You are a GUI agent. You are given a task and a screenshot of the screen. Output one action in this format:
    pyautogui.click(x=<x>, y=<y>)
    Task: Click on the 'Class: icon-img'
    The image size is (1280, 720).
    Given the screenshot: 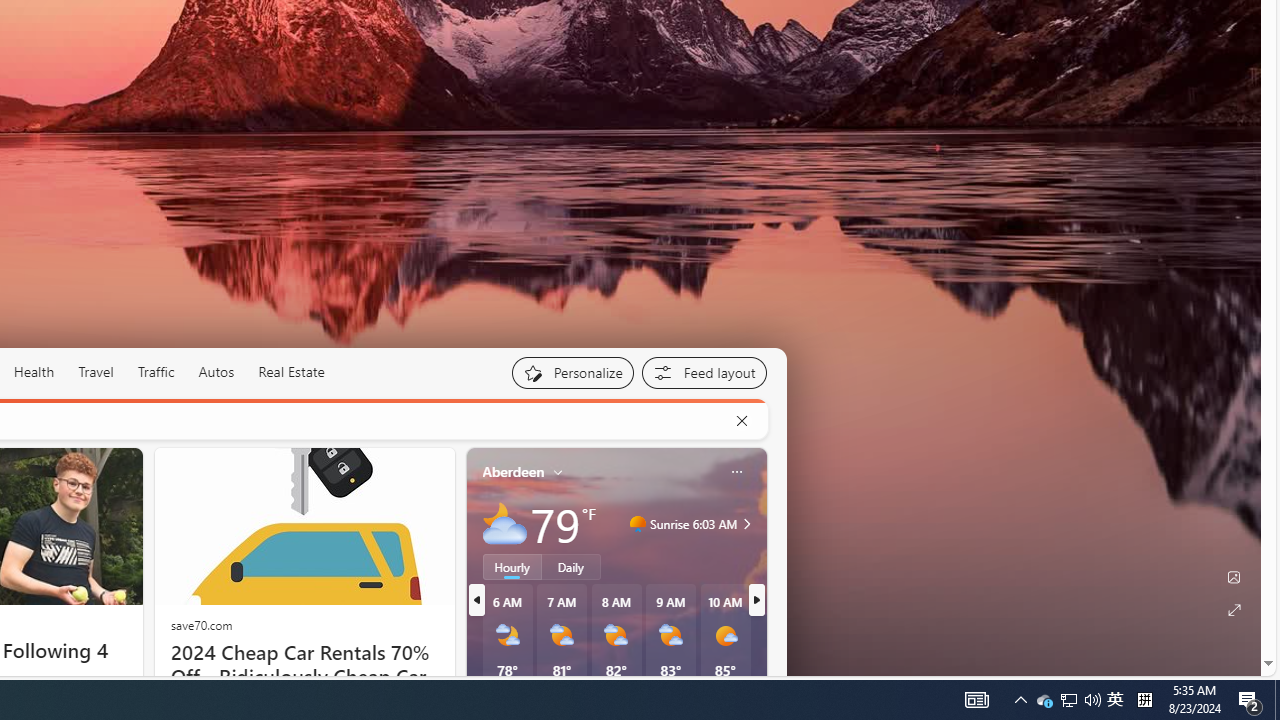 What is the action you would take?
    pyautogui.click(x=735, y=471)
    